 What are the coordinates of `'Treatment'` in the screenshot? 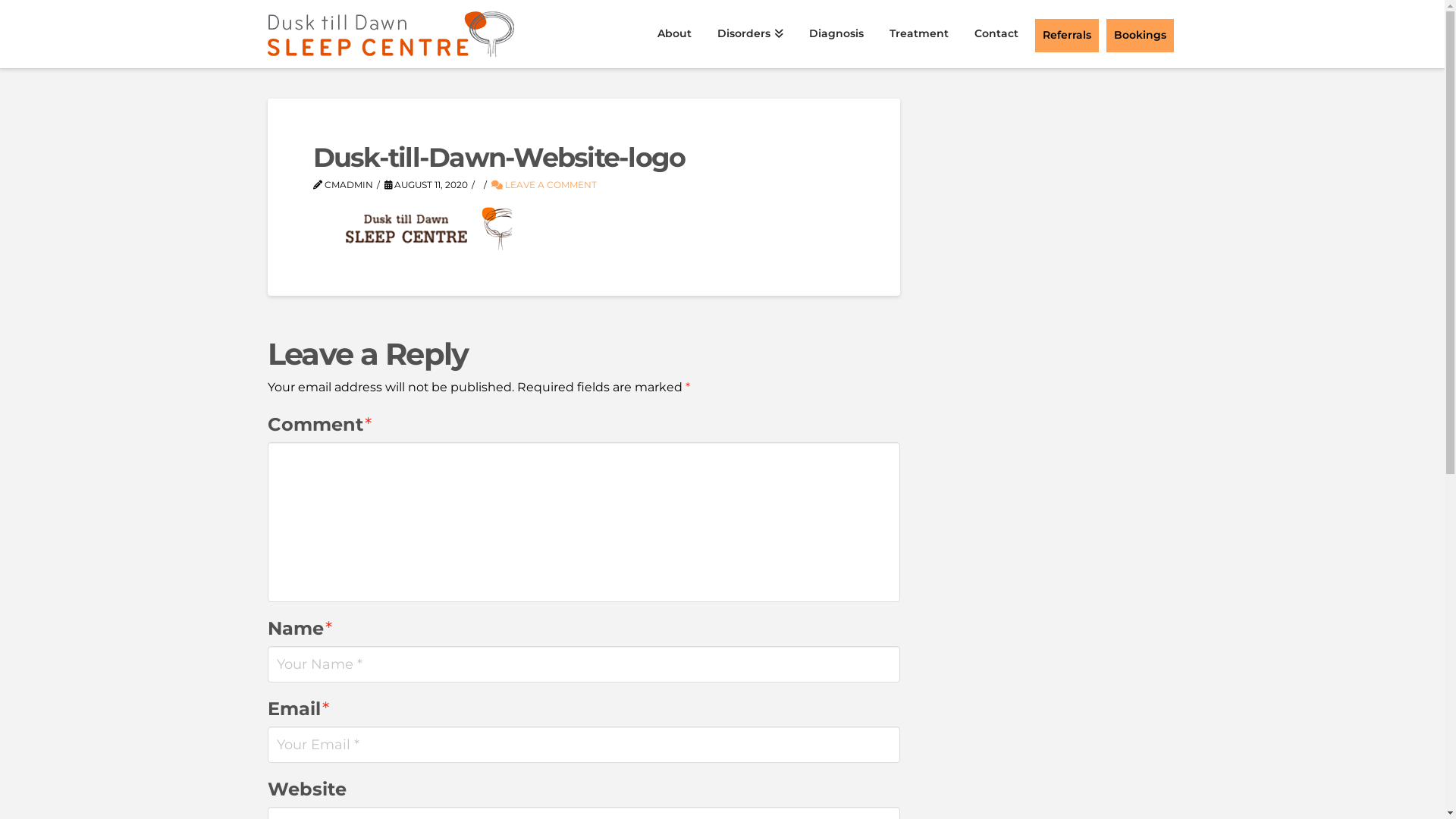 It's located at (918, 34).